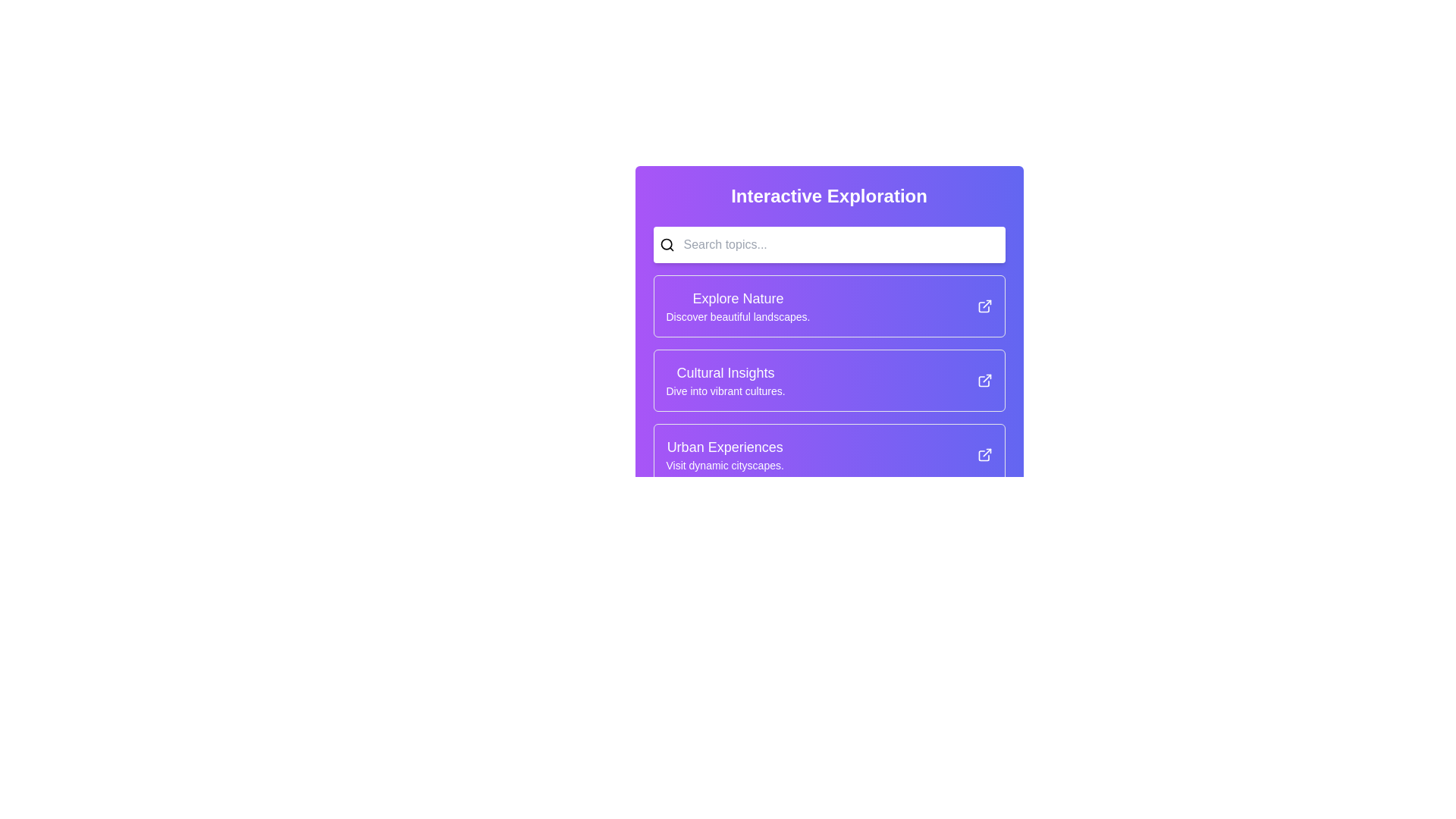 Image resolution: width=1456 pixels, height=819 pixels. Describe the element at coordinates (738, 315) in the screenshot. I see `the text label displaying 'Discover beautiful landscapes.' which is positioned below 'Explore Nature' in a gradient purple background` at that location.